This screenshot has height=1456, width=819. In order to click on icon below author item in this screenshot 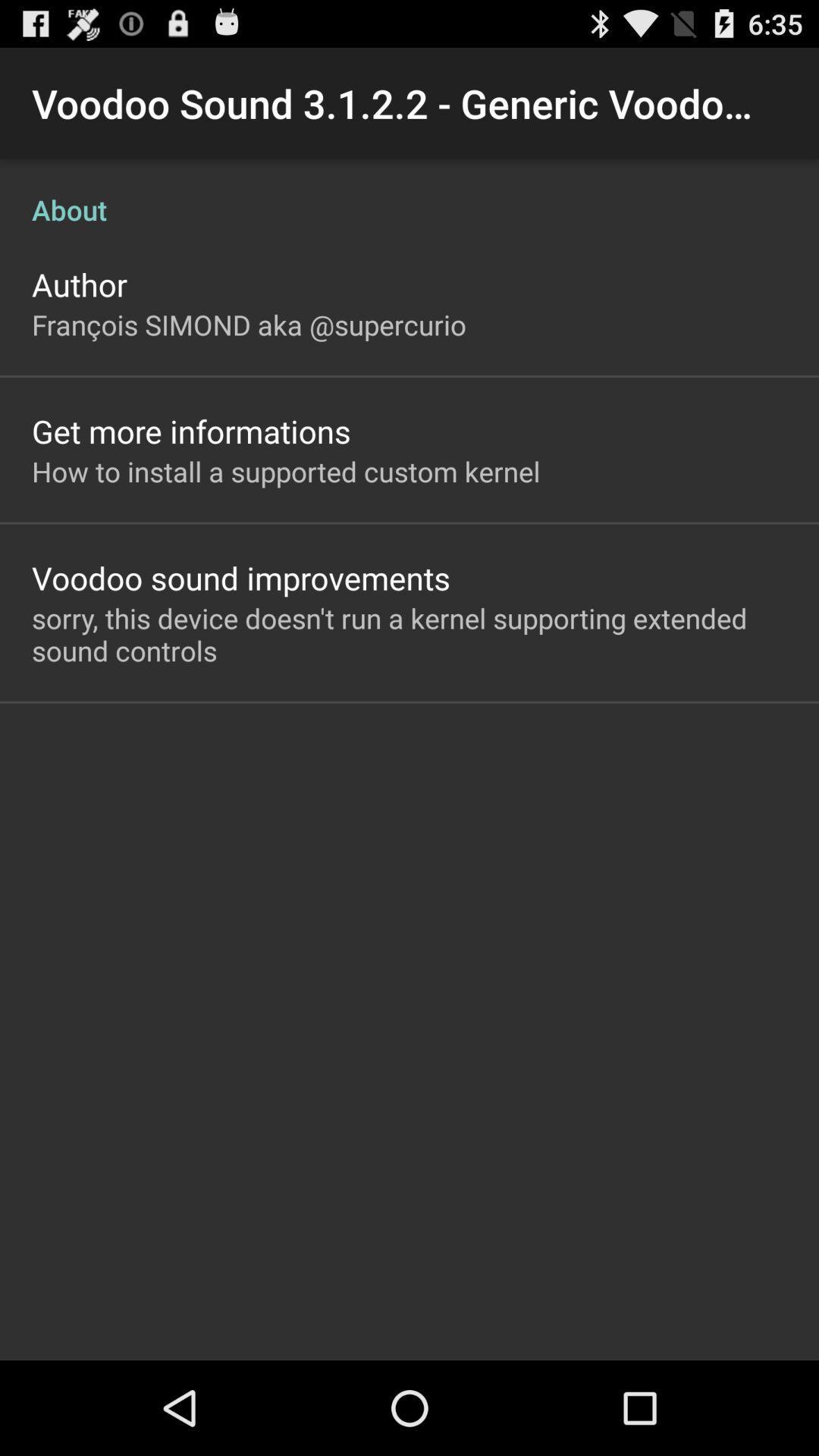, I will do `click(248, 324)`.